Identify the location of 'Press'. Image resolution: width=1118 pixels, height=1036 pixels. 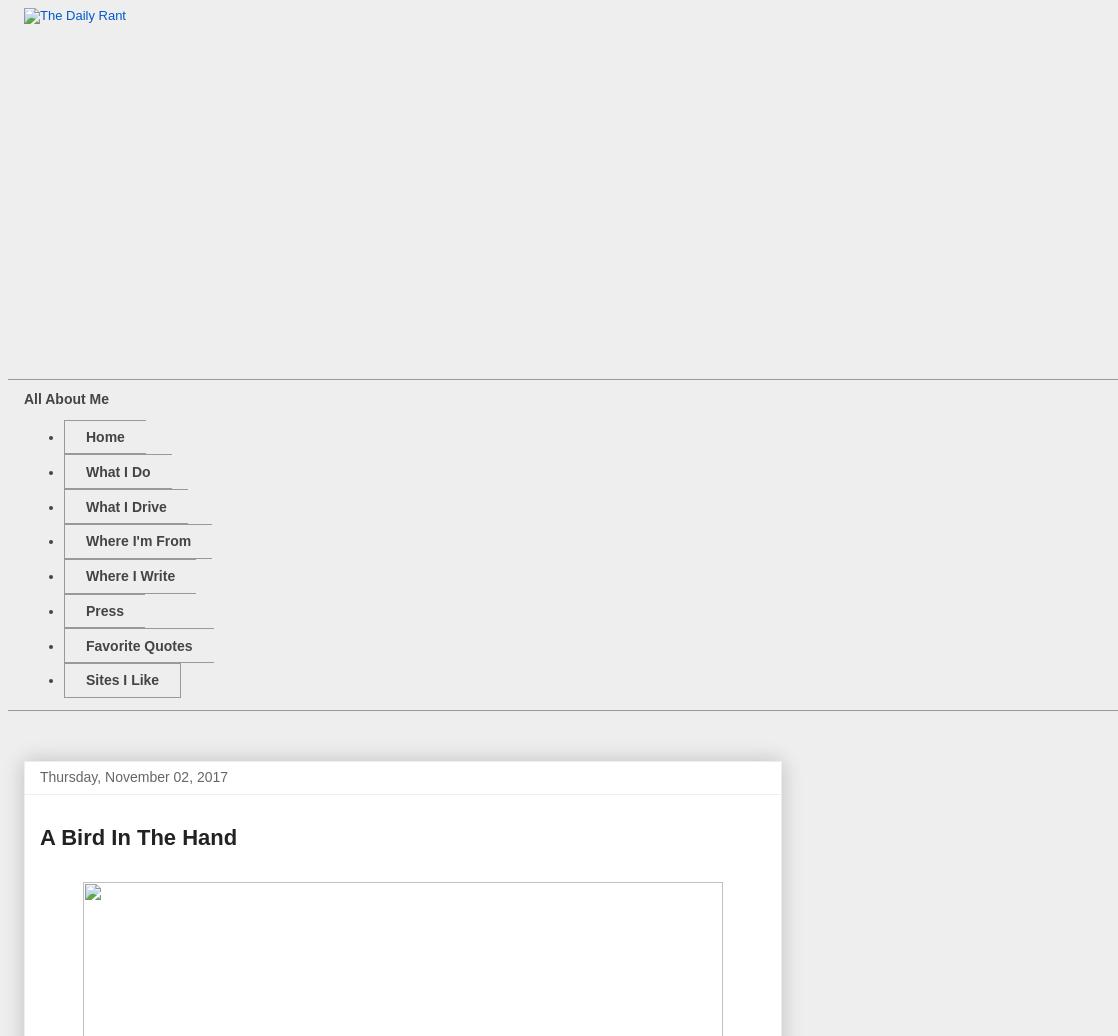
(104, 609).